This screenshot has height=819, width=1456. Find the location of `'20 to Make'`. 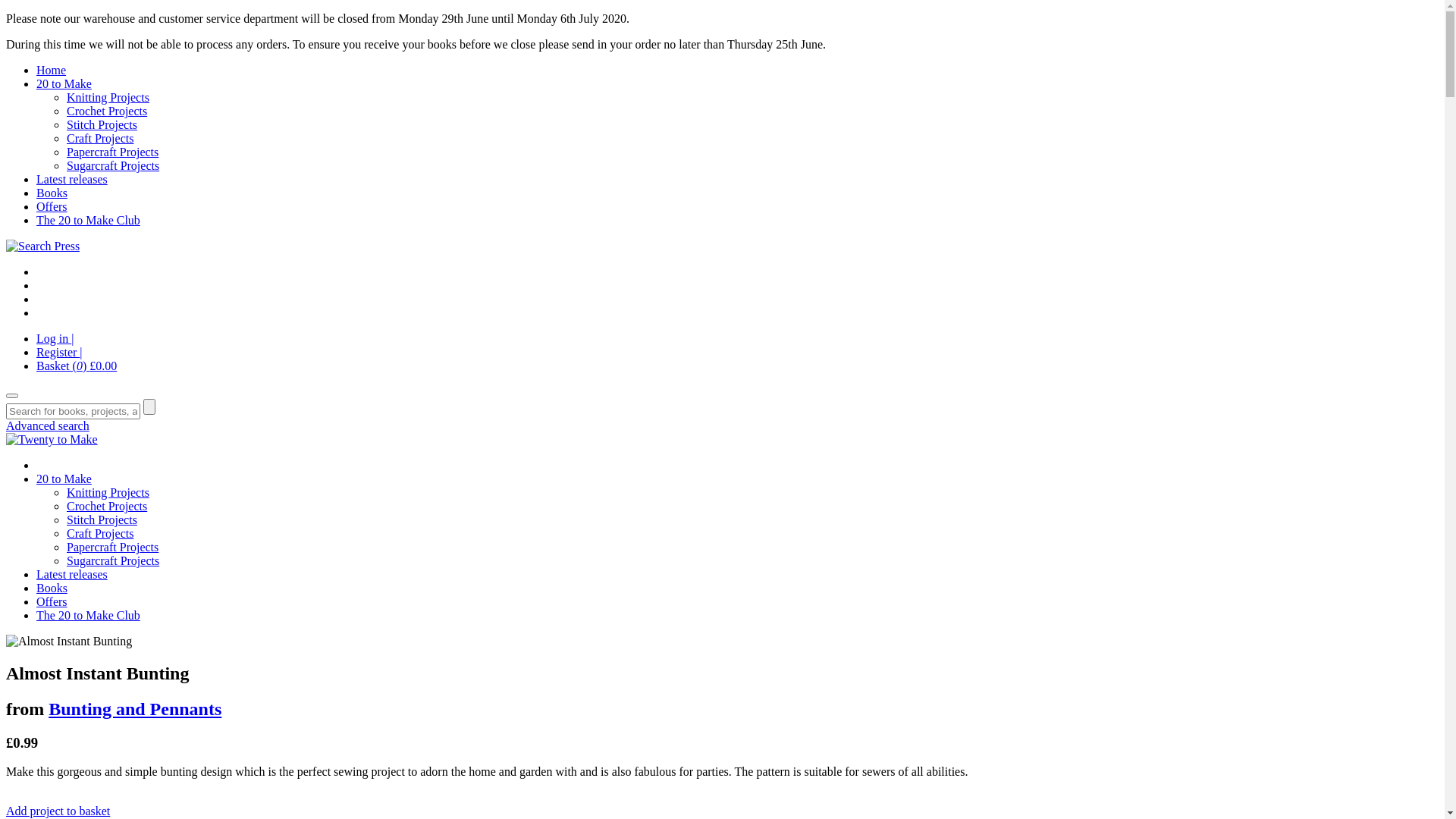

'20 to Make' is located at coordinates (63, 479).